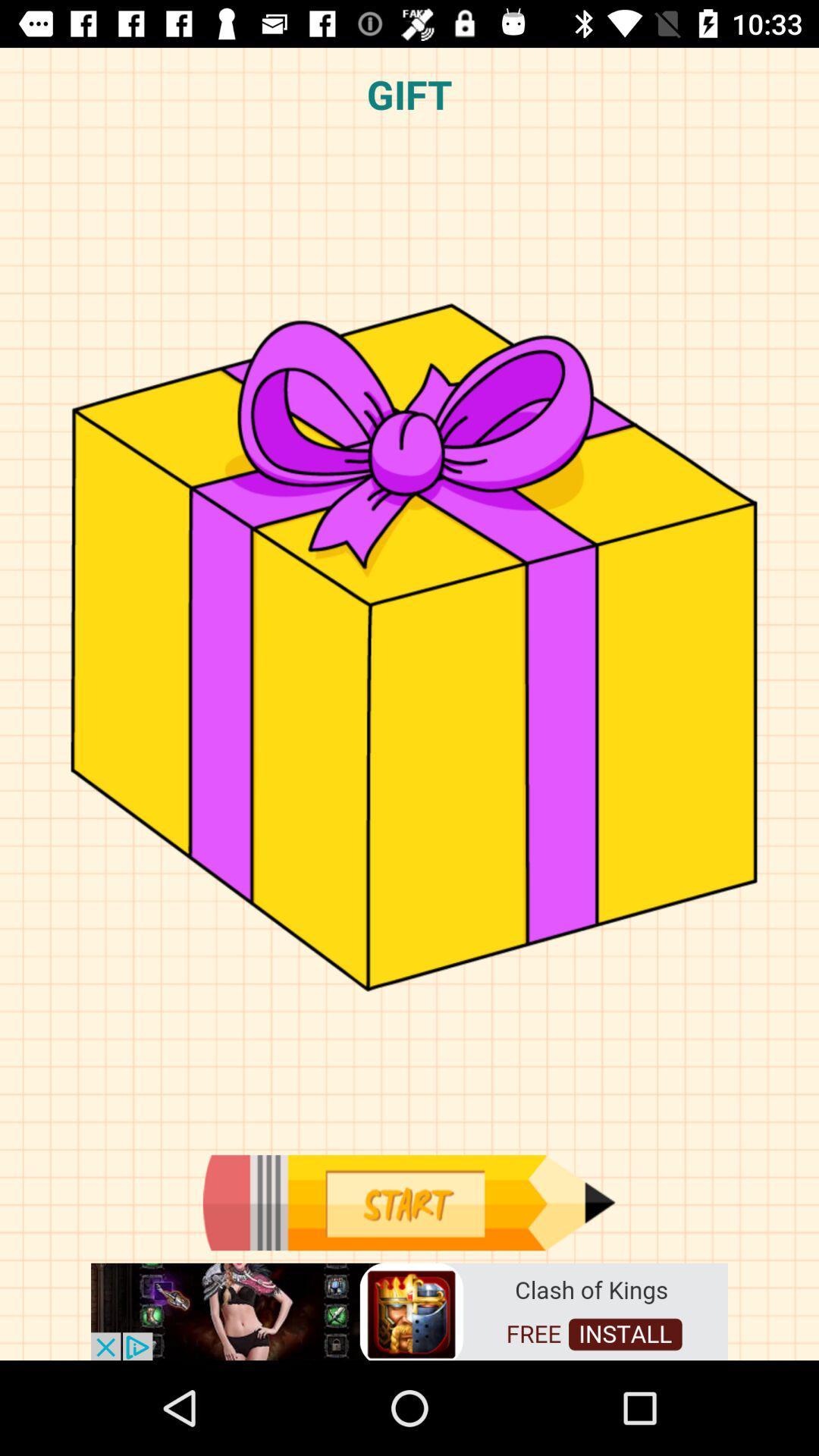 The width and height of the screenshot is (819, 1456). What do you see at coordinates (408, 1202) in the screenshot?
I see `start drawing` at bounding box center [408, 1202].